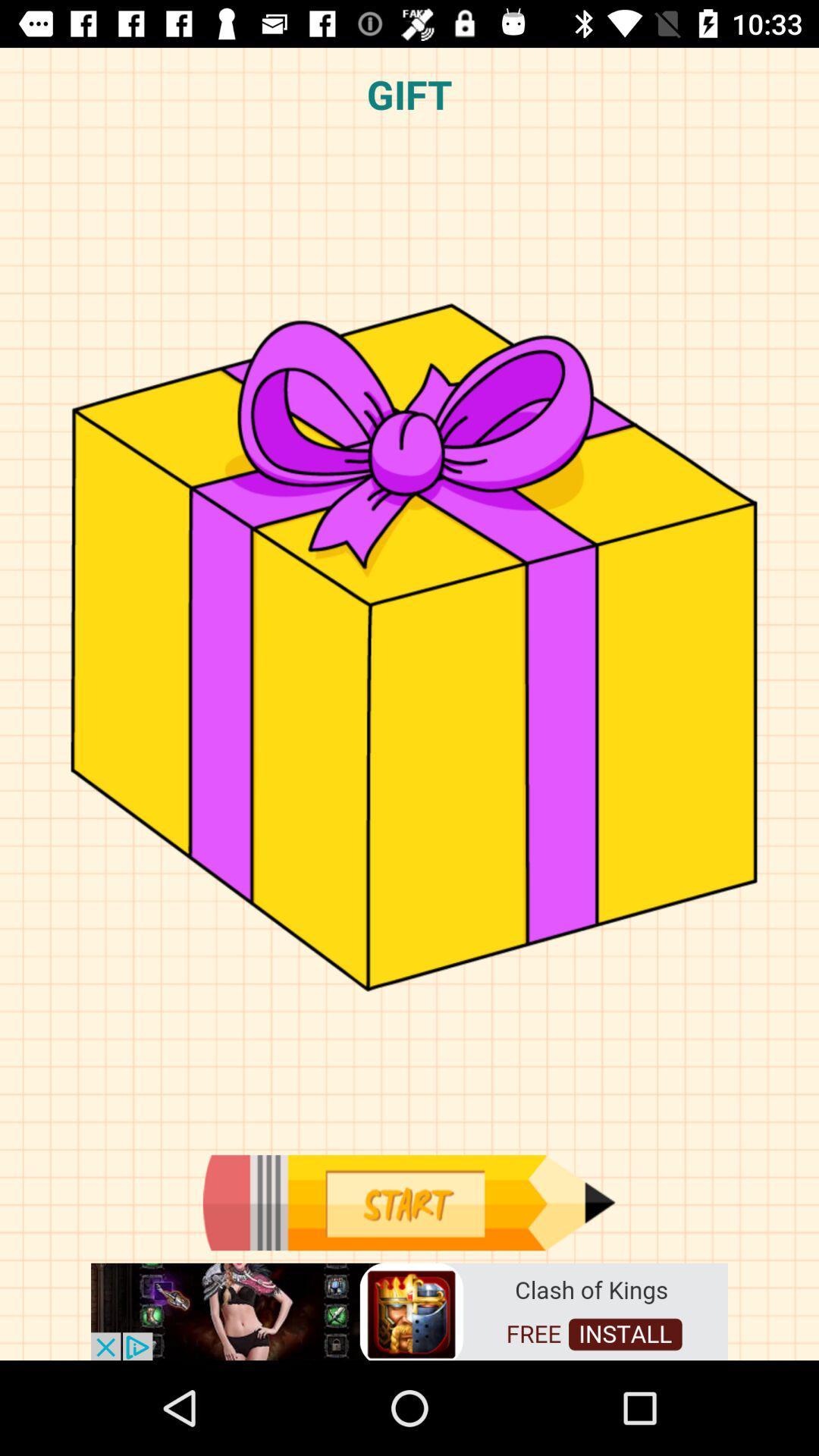 The width and height of the screenshot is (819, 1456). What do you see at coordinates (408, 1202) in the screenshot?
I see `start drawing` at bounding box center [408, 1202].